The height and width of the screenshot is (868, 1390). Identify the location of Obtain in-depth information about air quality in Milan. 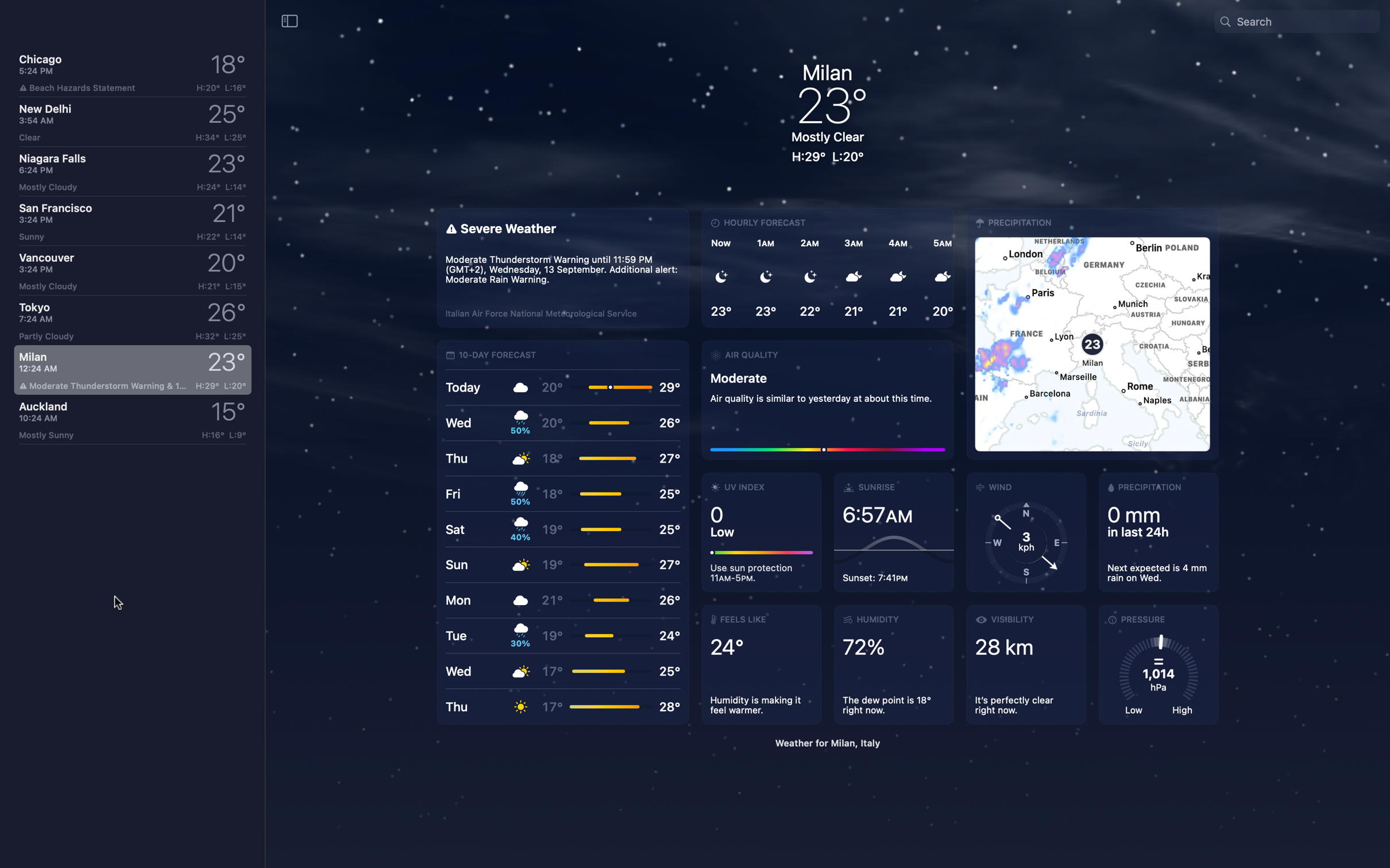
(827, 398).